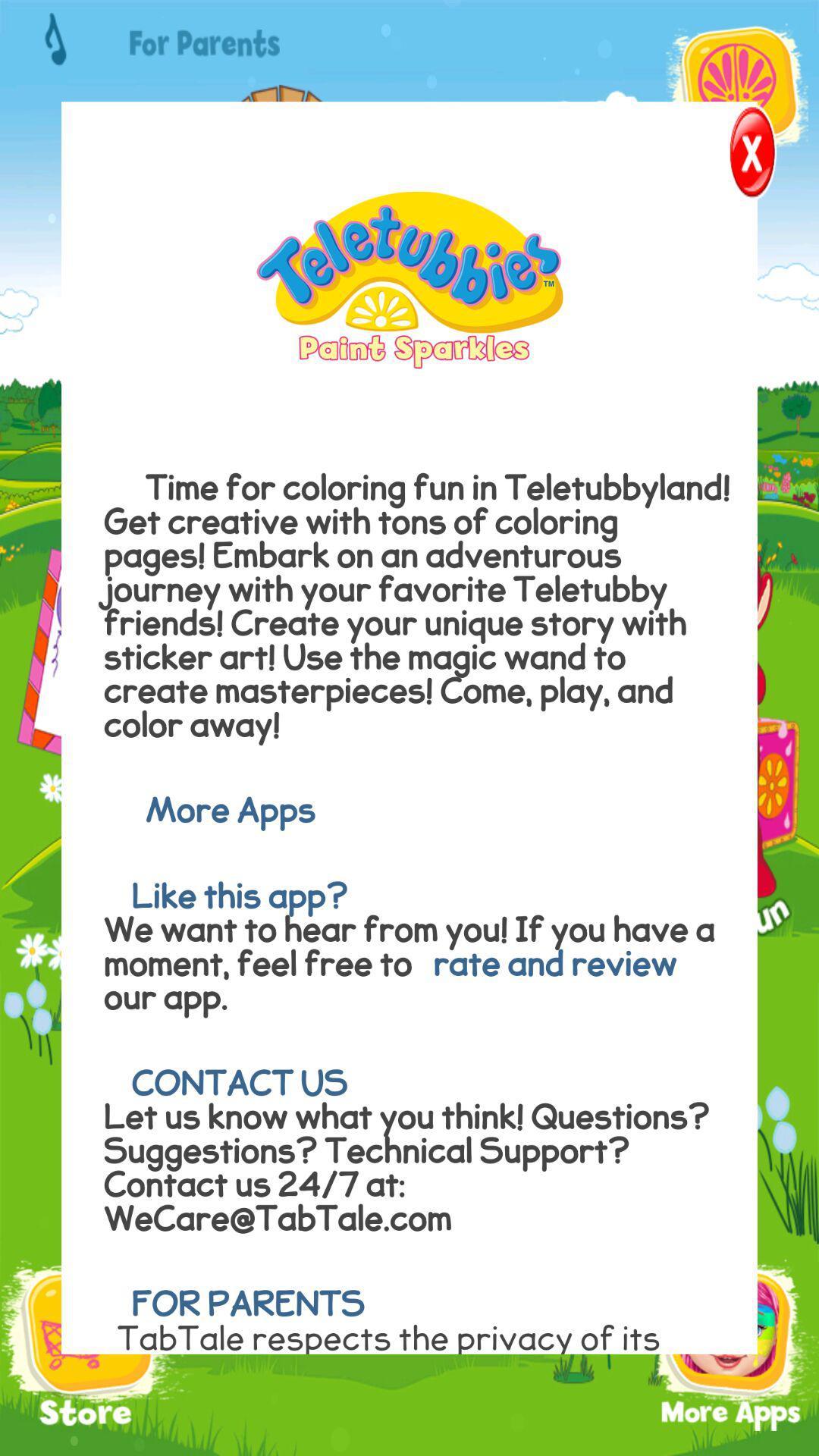  Describe the element at coordinates (728, 156) in the screenshot. I see `the page` at that location.